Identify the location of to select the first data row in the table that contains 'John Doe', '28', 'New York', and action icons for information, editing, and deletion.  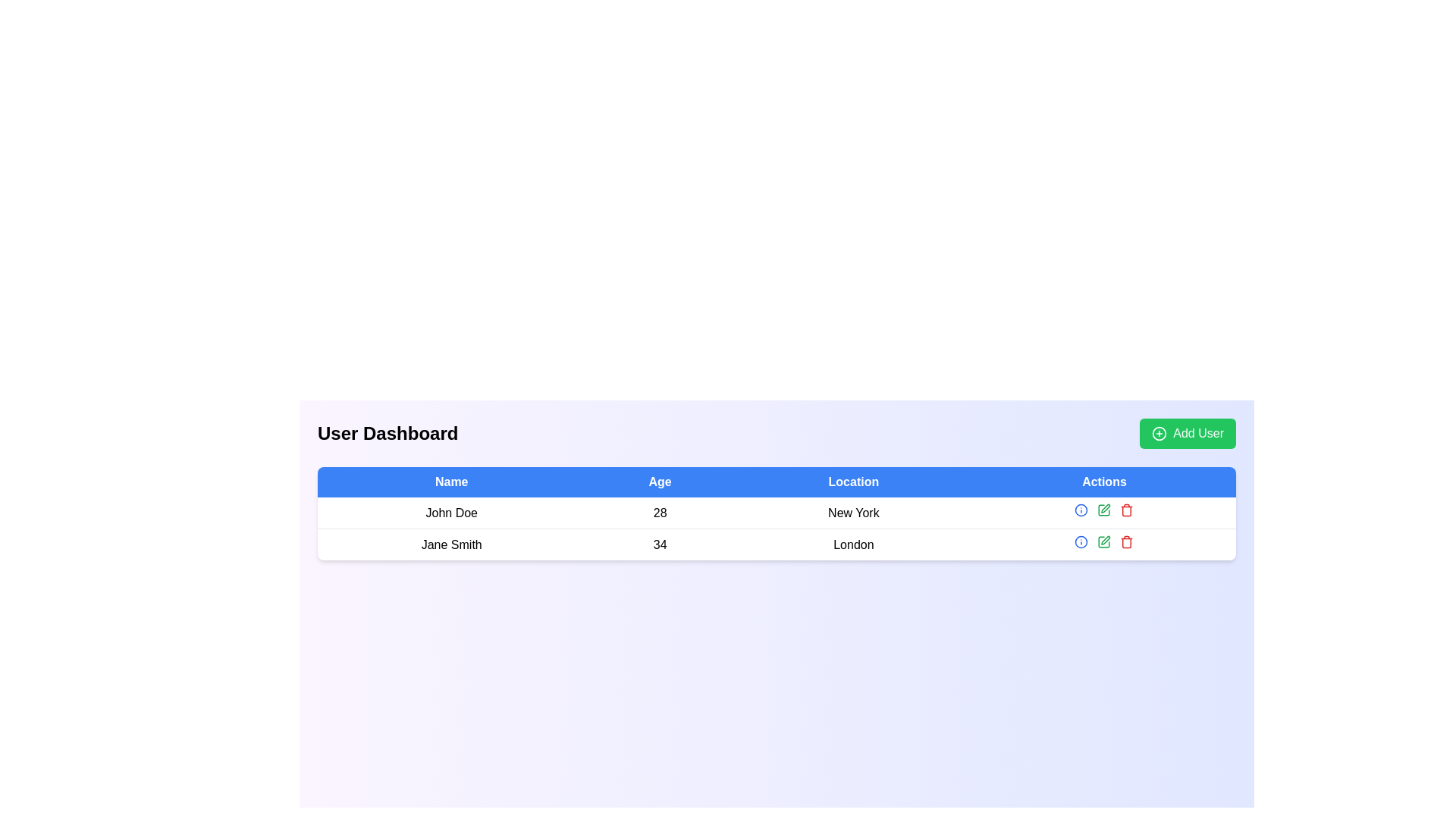
(777, 528).